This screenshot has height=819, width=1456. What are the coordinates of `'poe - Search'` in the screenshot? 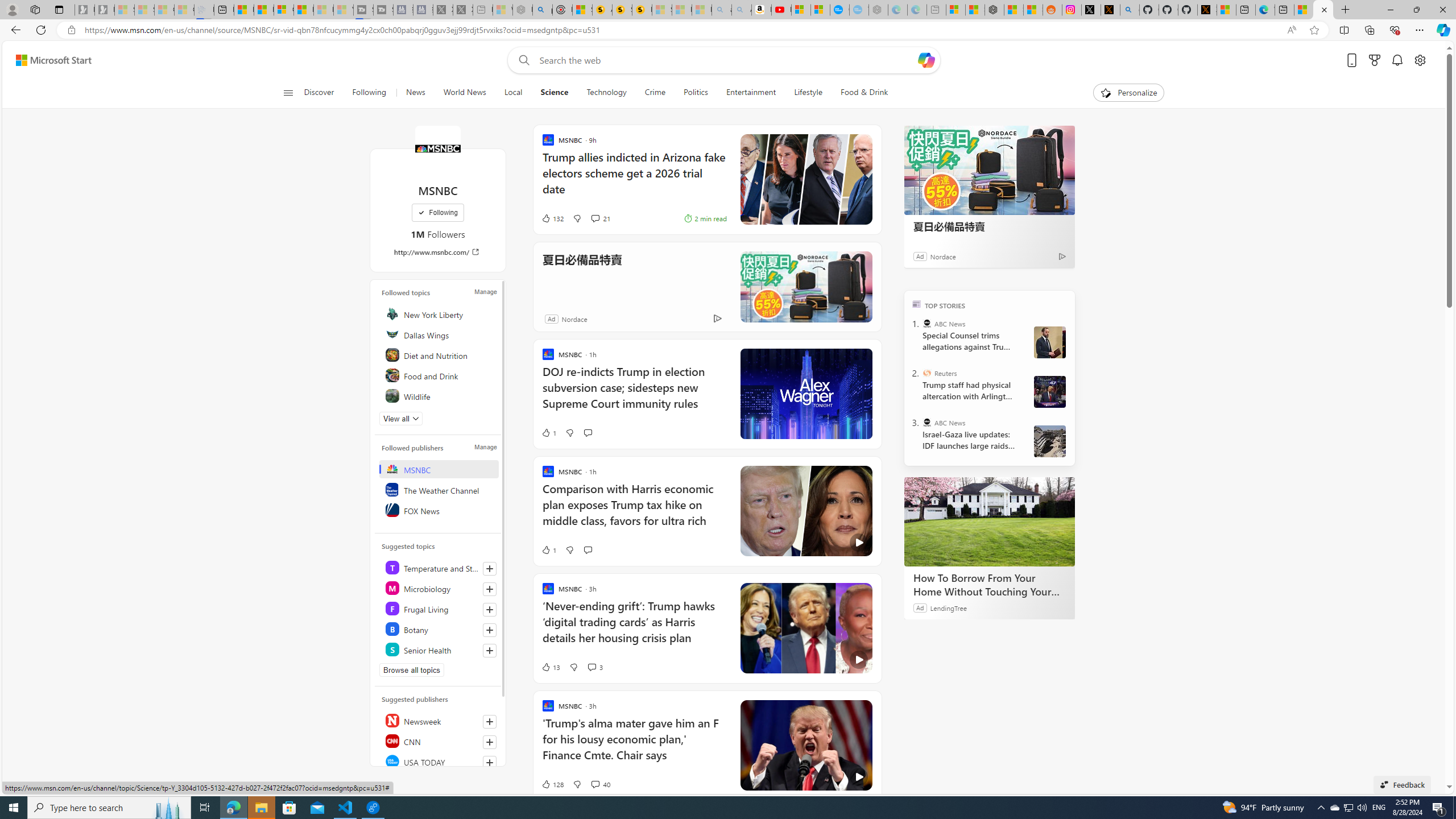 It's located at (542, 9).